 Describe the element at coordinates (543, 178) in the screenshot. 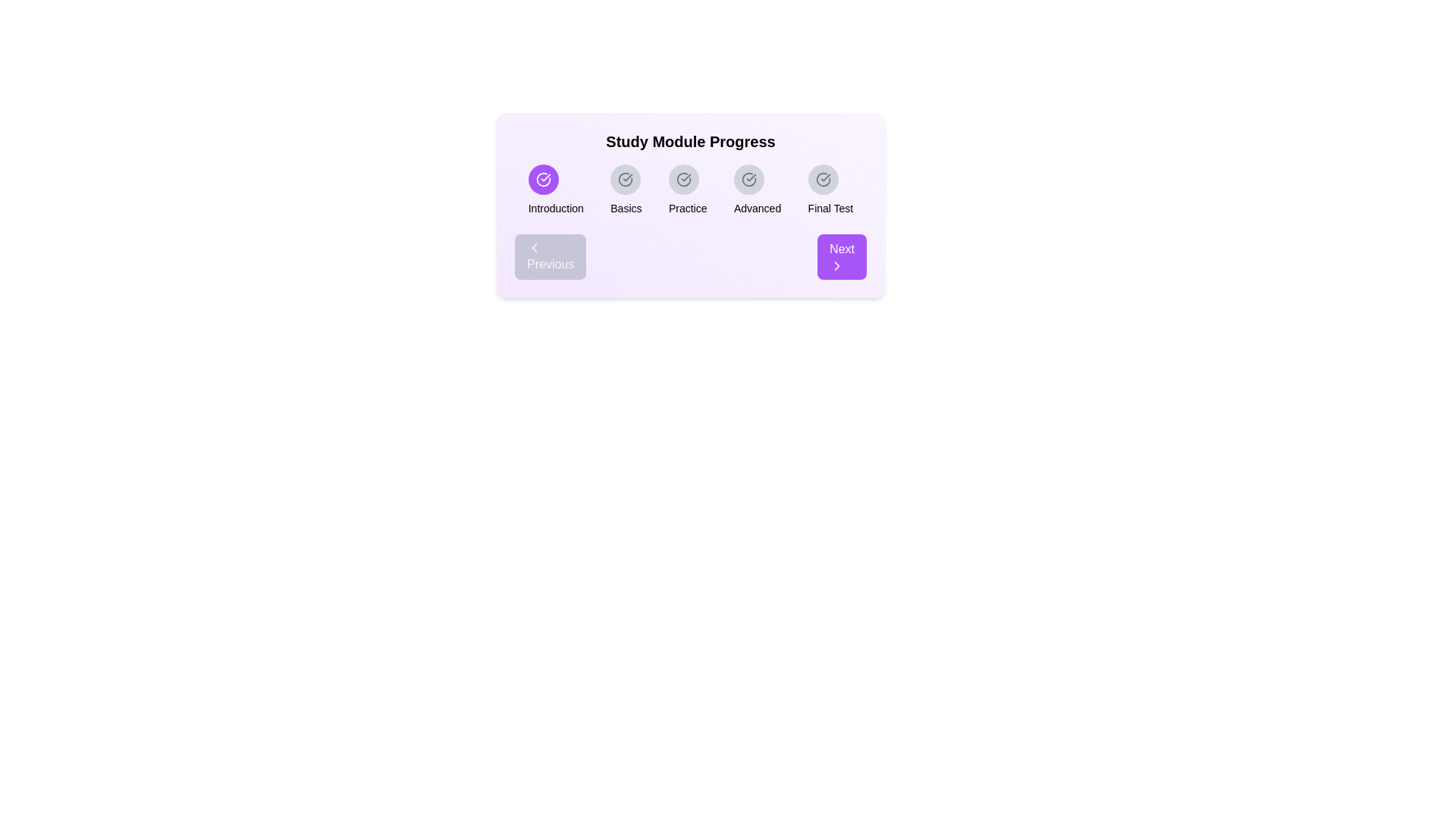

I see `the circular icon with a checkmark inside, styled in line art, encased within a purple circular button, located under the headline 'Study Module Progress' and aligned with the label 'Introduction'` at that location.